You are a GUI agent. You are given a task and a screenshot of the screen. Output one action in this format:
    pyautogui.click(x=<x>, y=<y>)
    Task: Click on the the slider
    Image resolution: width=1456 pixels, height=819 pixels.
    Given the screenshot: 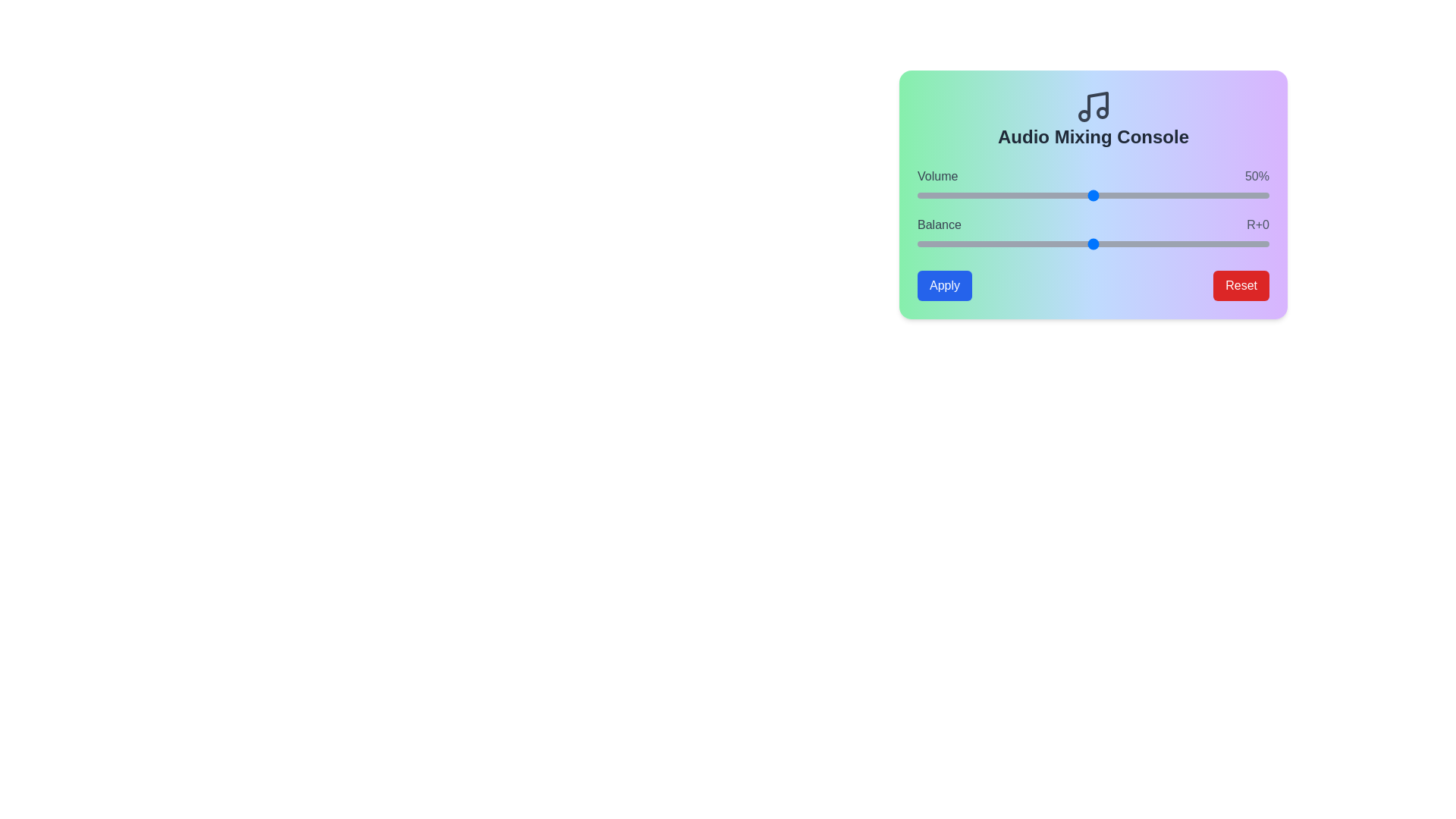 What is the action you would take?
    pyautogui.click(x=987, y=195)
    